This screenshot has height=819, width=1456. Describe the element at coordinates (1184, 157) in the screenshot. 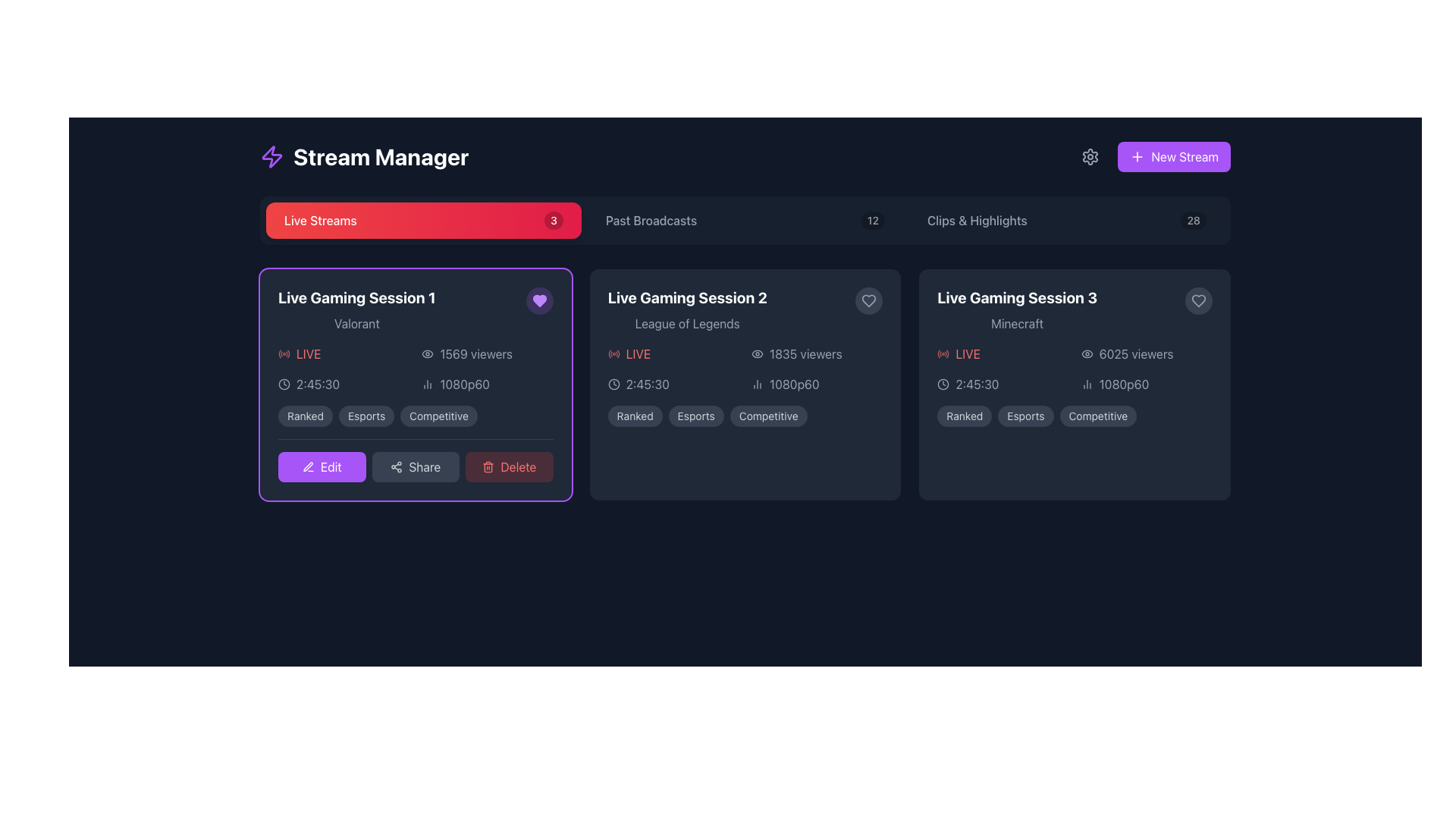

I see `the static text label that identifies the purpose of the 'New Stream' button, located in the upper-right corner of the interface` at that location.